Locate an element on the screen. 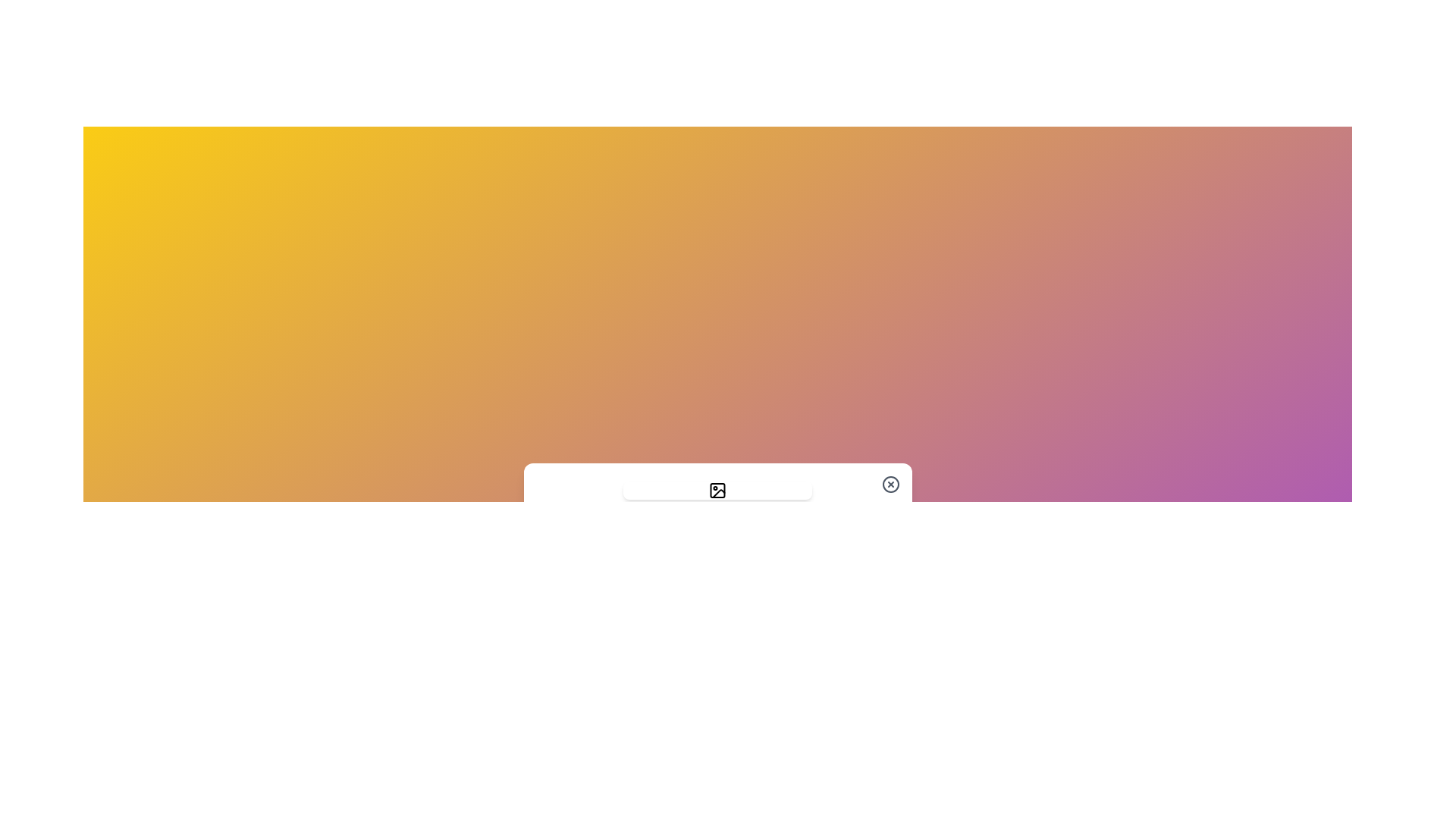 The height and width of the screenshot is (819, 1456). the leftward-pointing chevron button, which is styled with a gray tone and changes to a darker shade on hover, located on the left side of a white panel is located at coordinates (550, 513).